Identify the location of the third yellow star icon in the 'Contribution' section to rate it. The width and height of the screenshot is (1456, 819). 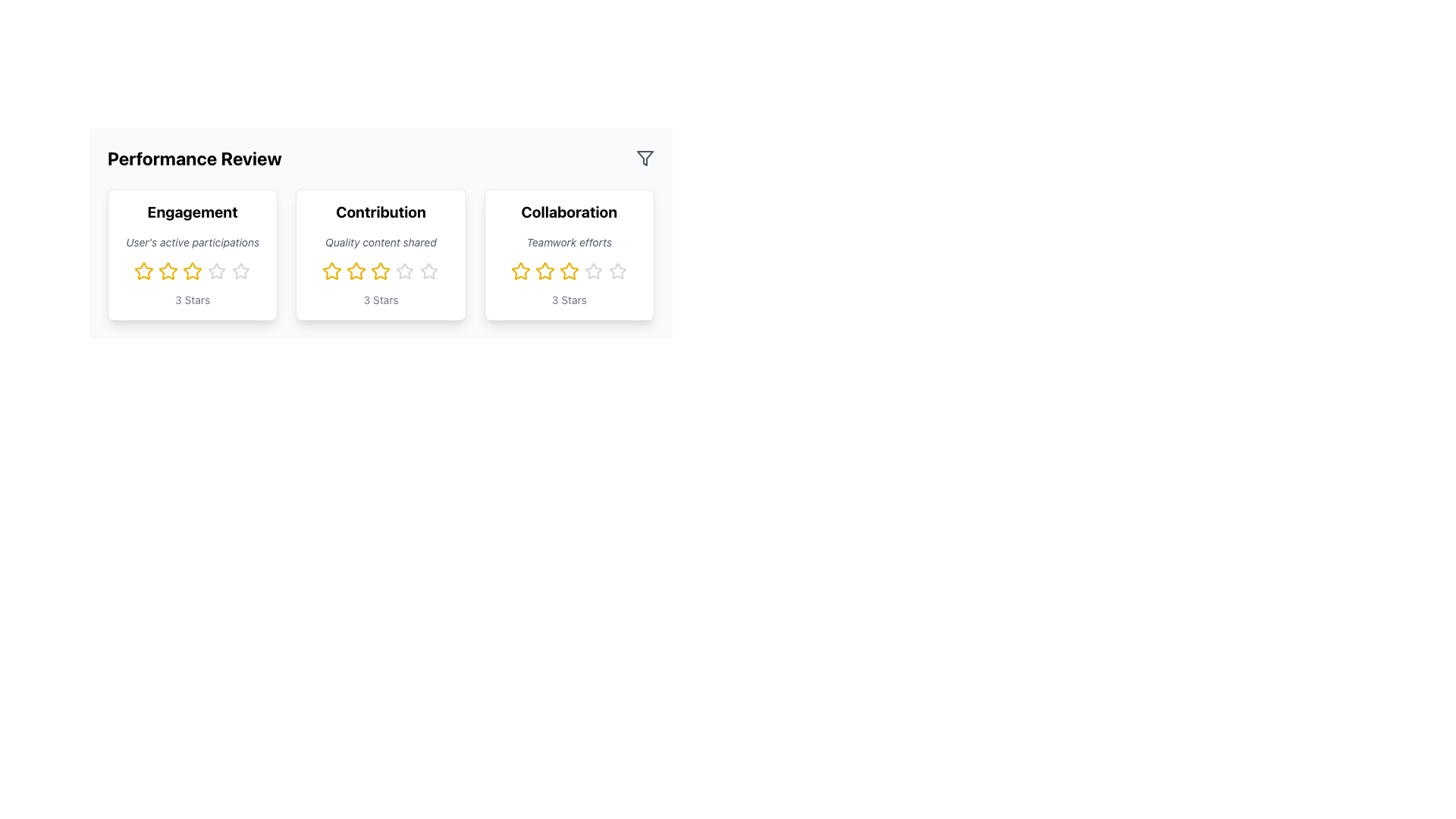
(381, 271).